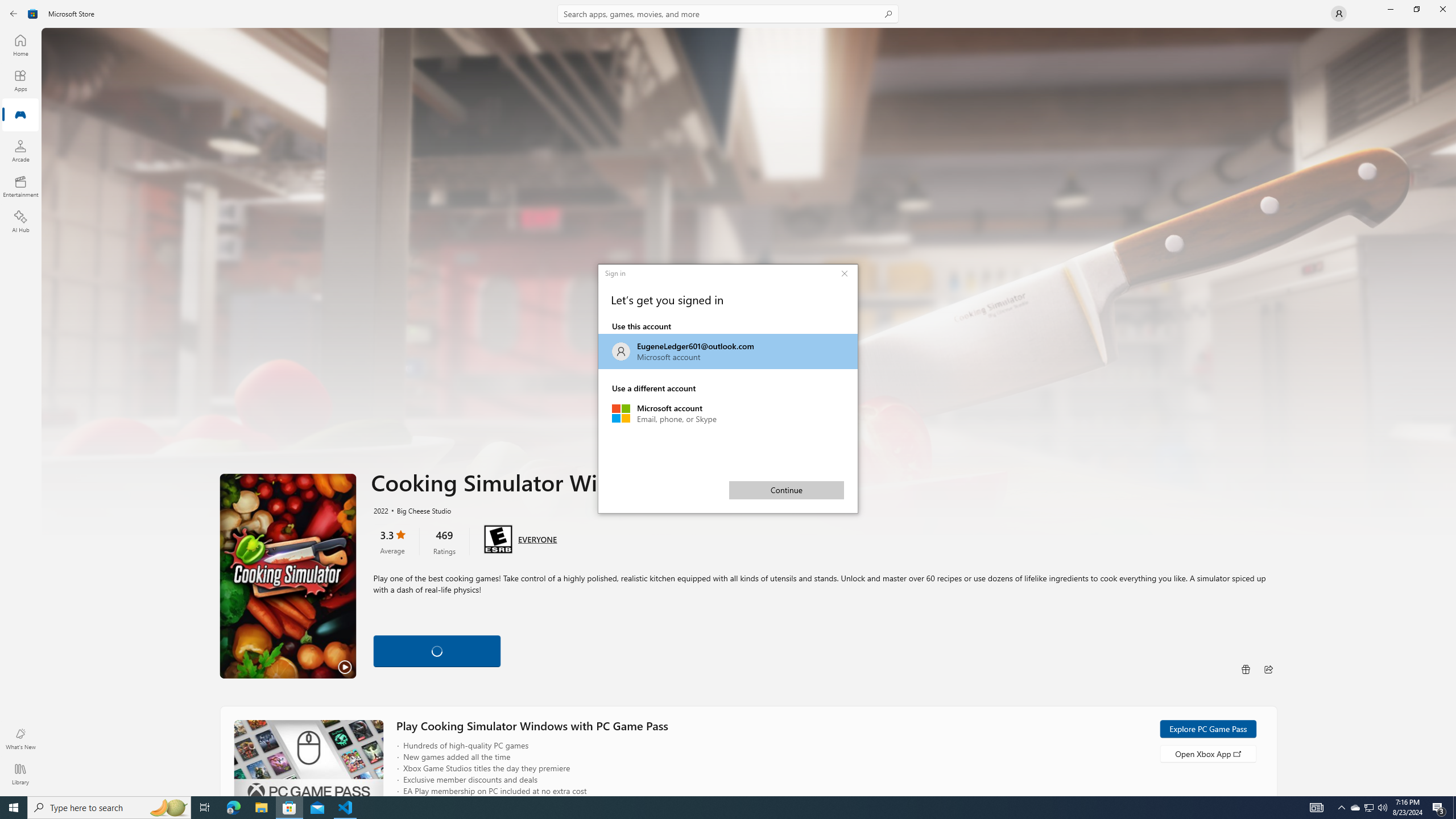  What do you see at coordinates (1338, 13) in the screenshot?
I see `'User profile'` at bounding box center [1338, 13].